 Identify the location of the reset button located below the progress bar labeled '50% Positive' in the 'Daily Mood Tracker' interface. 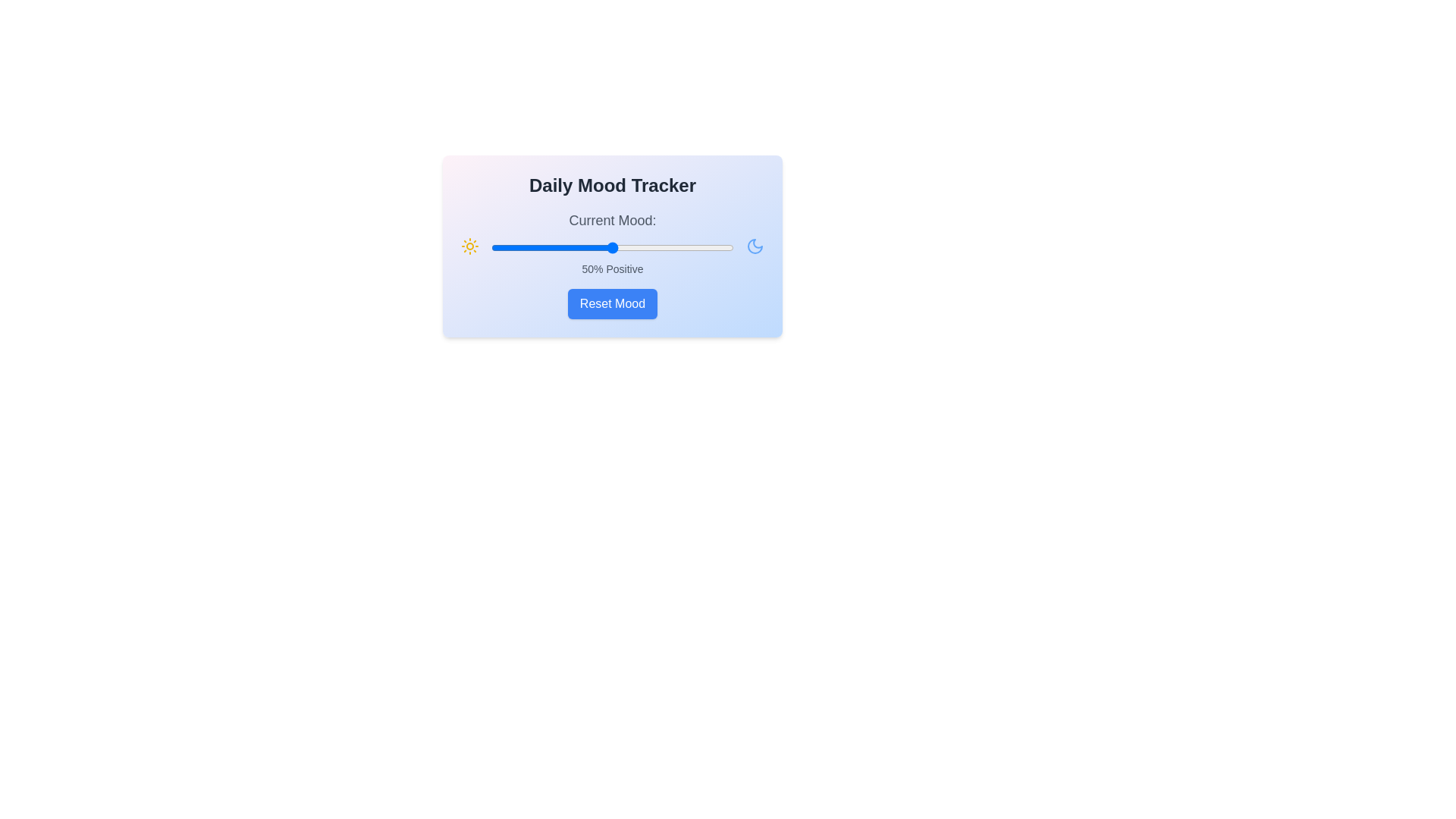
(612, 304).